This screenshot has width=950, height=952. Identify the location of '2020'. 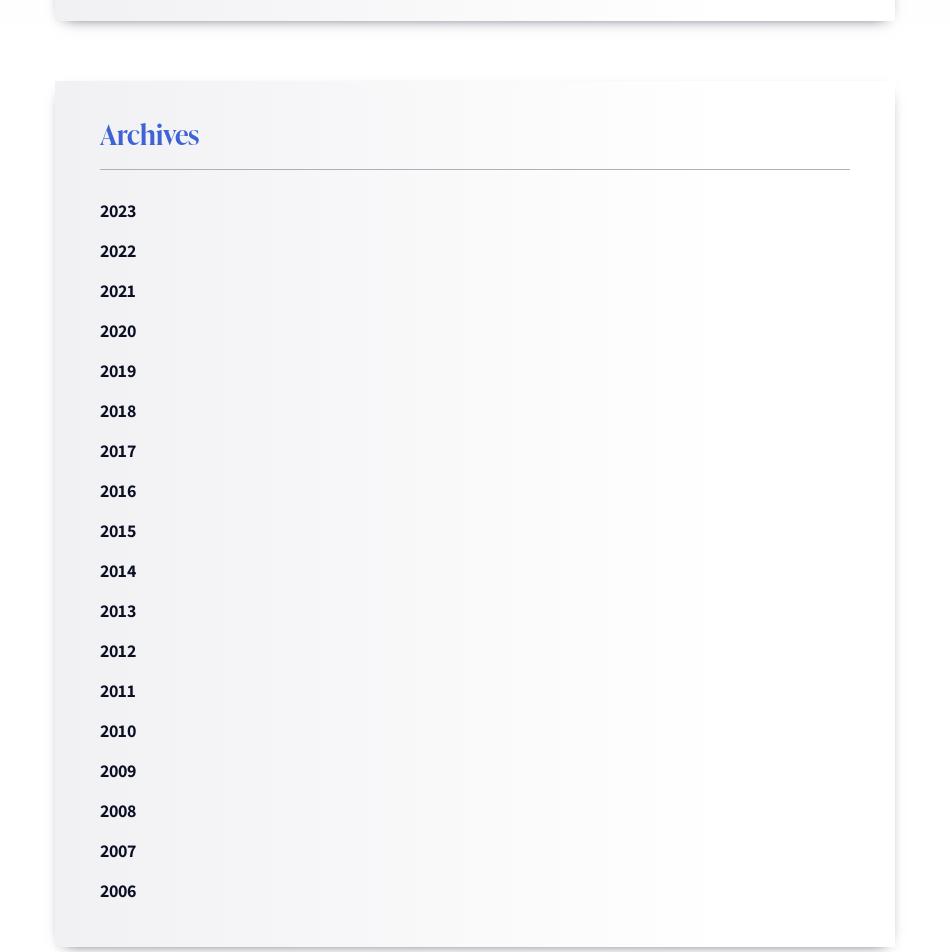
(117, 330).